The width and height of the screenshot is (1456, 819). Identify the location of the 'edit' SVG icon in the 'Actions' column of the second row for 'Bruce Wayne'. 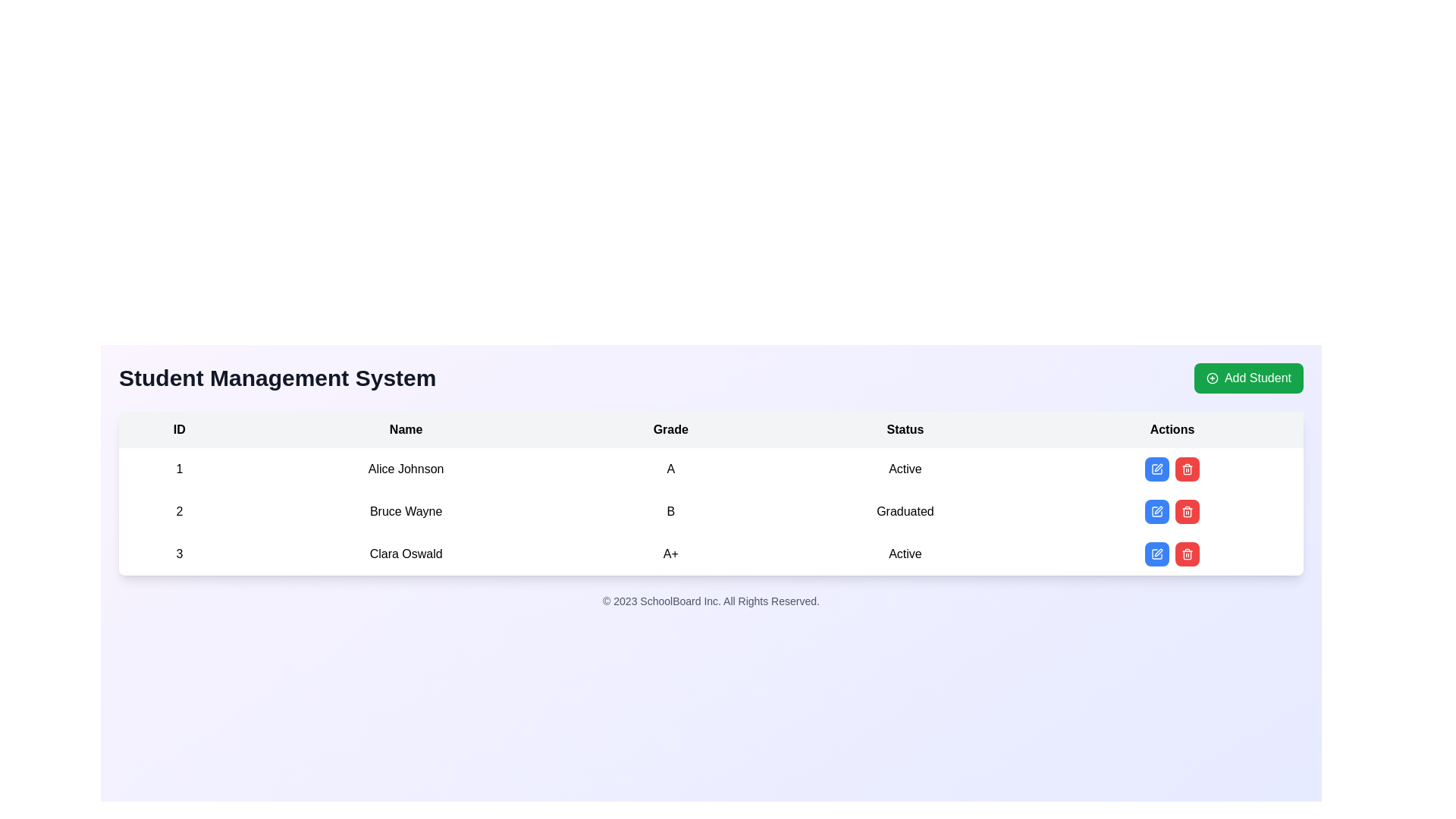
(1156, 512).